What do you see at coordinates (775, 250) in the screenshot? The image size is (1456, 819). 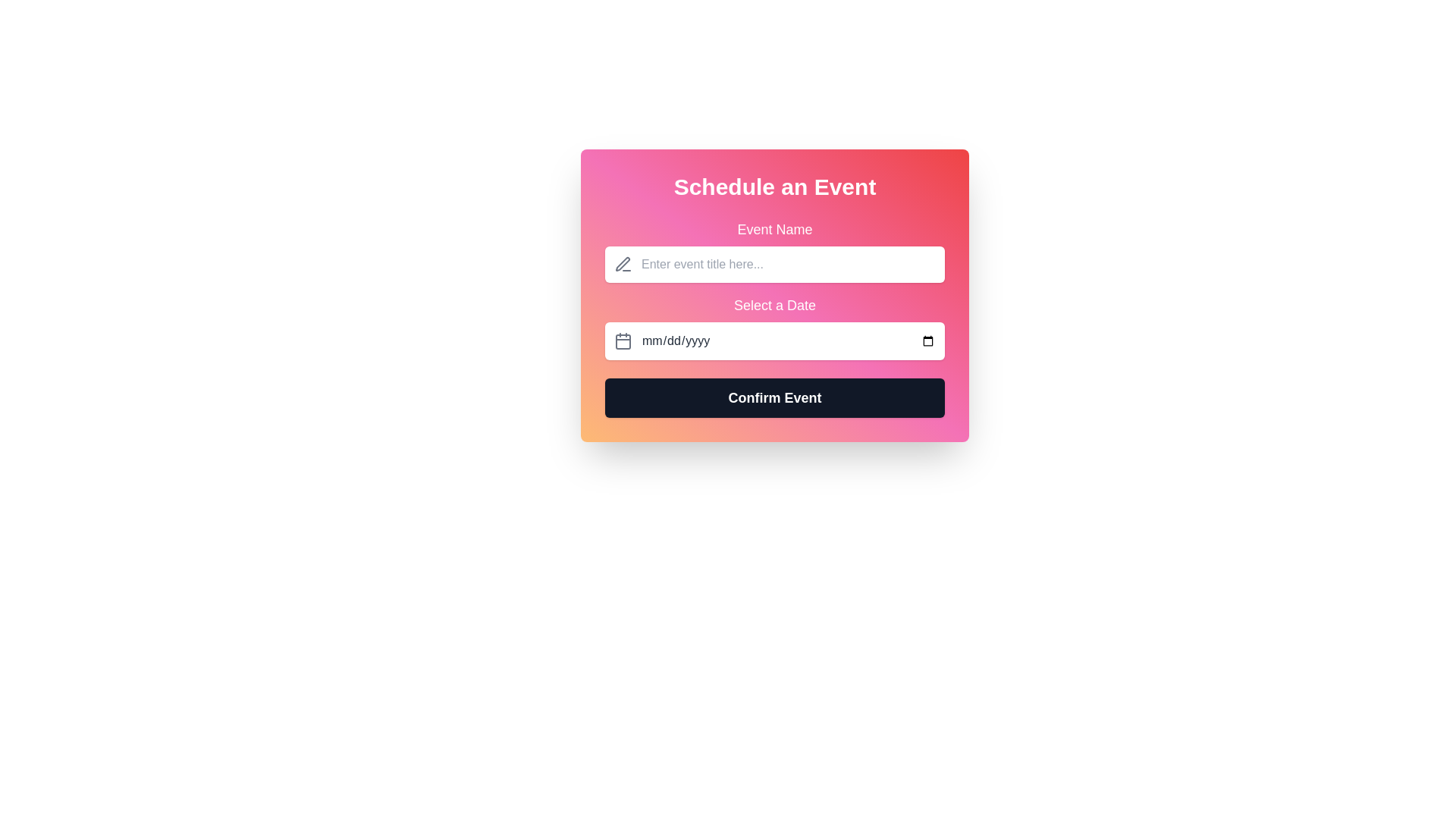 I see `the text input field labeled 'Event Name' to focus it, which is located in the red rectangular region below the label and has a pen icon as a prefix` at bounding box center [775, 250].